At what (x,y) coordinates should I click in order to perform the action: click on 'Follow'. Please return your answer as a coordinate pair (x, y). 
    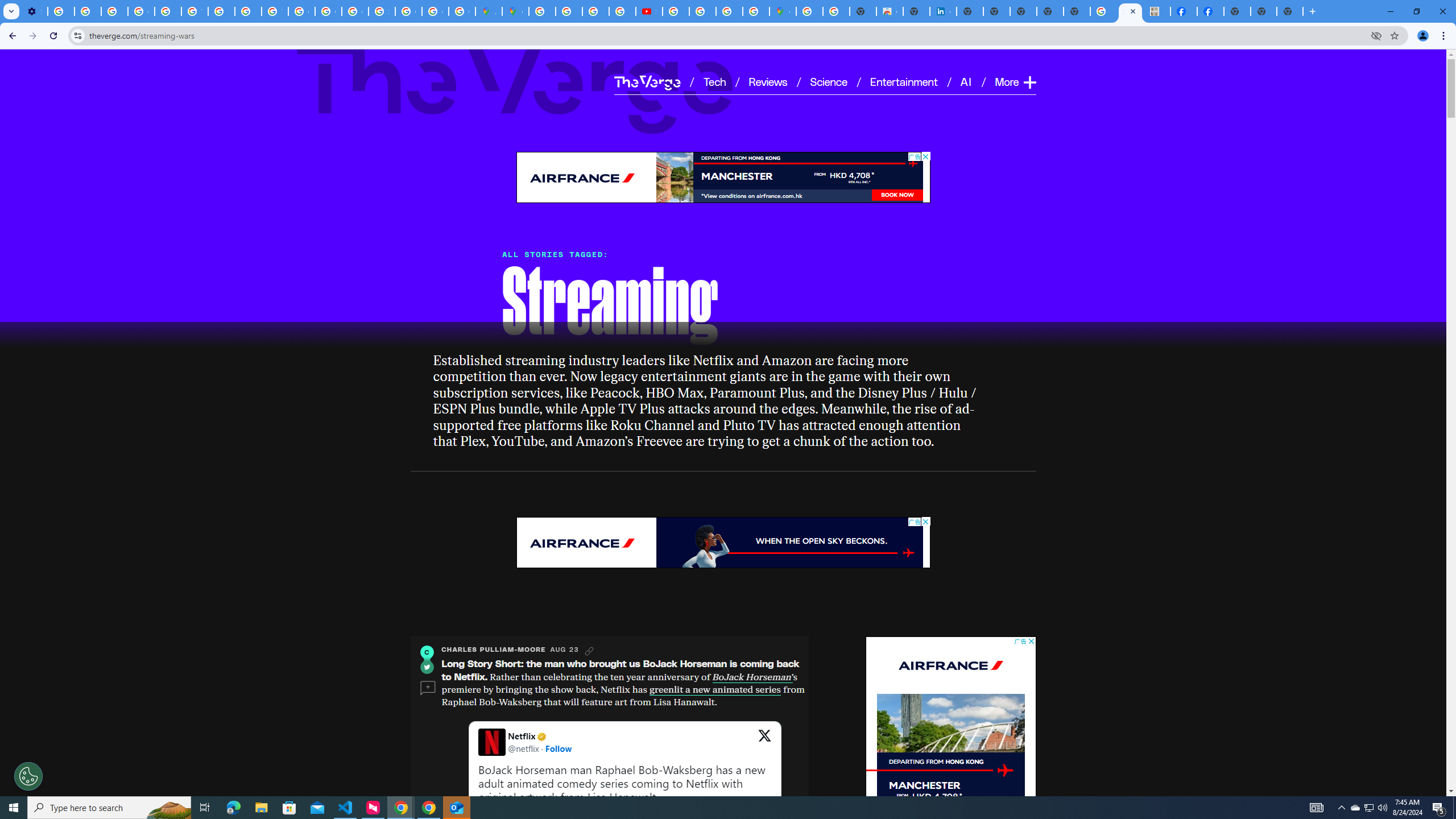
    Looking at the image, I should click on (558, 747).